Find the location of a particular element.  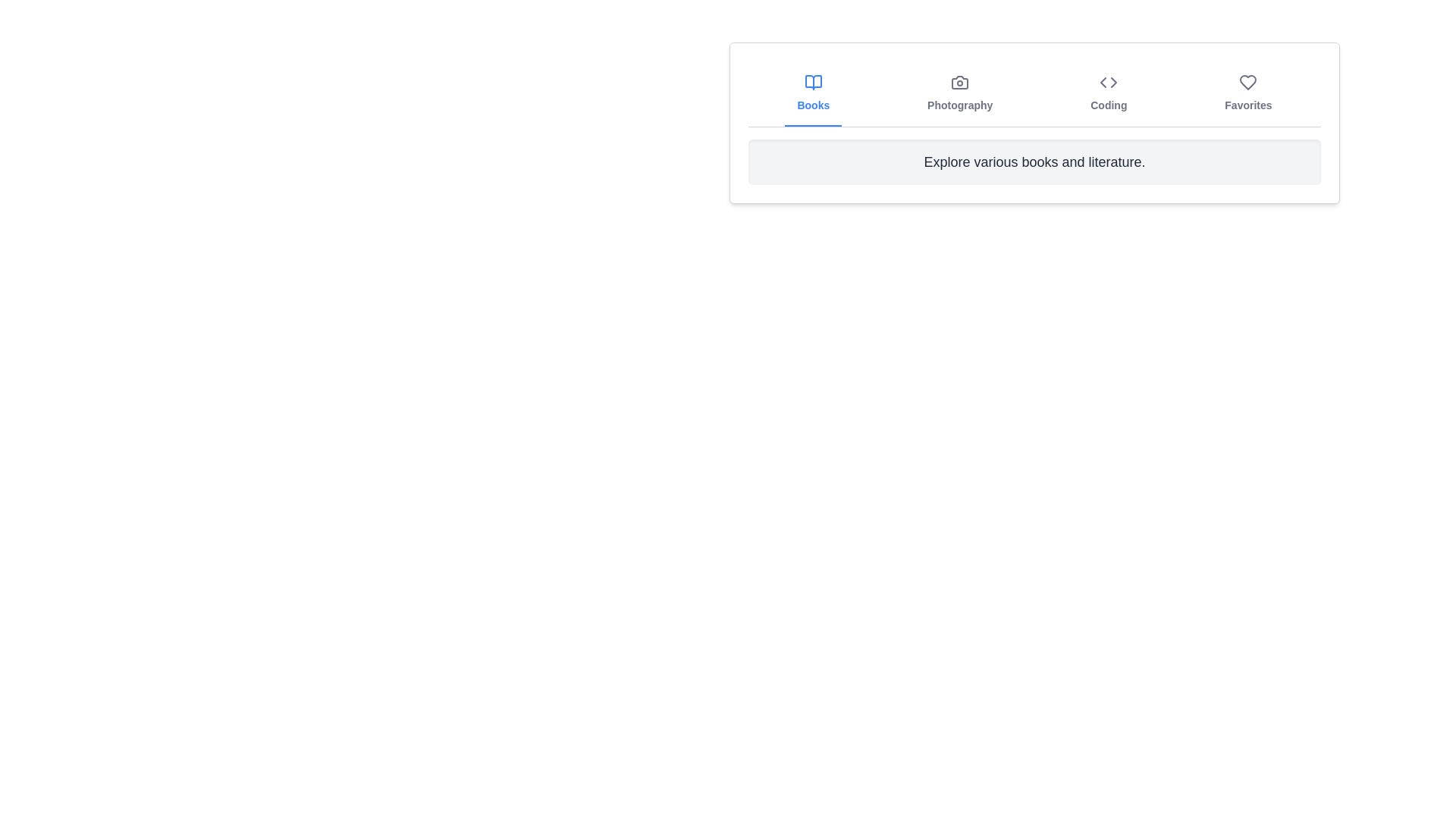

the tab in the category selector and information panel located at the center of the bounding box to switch category is located at coordinates (1034, 122).